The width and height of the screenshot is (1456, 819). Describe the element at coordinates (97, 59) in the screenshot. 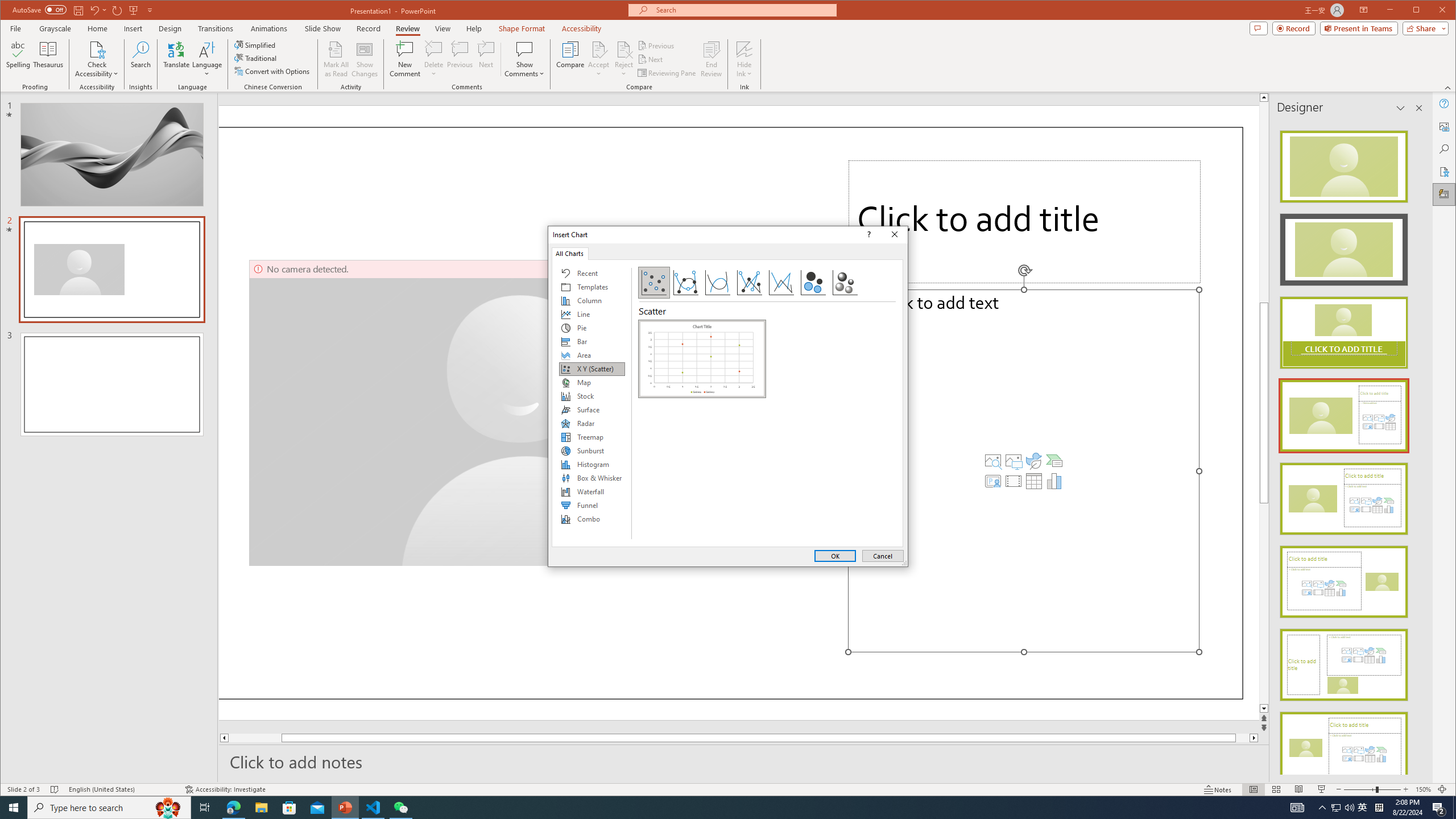

I see `'Check Accessibility'` at that location.